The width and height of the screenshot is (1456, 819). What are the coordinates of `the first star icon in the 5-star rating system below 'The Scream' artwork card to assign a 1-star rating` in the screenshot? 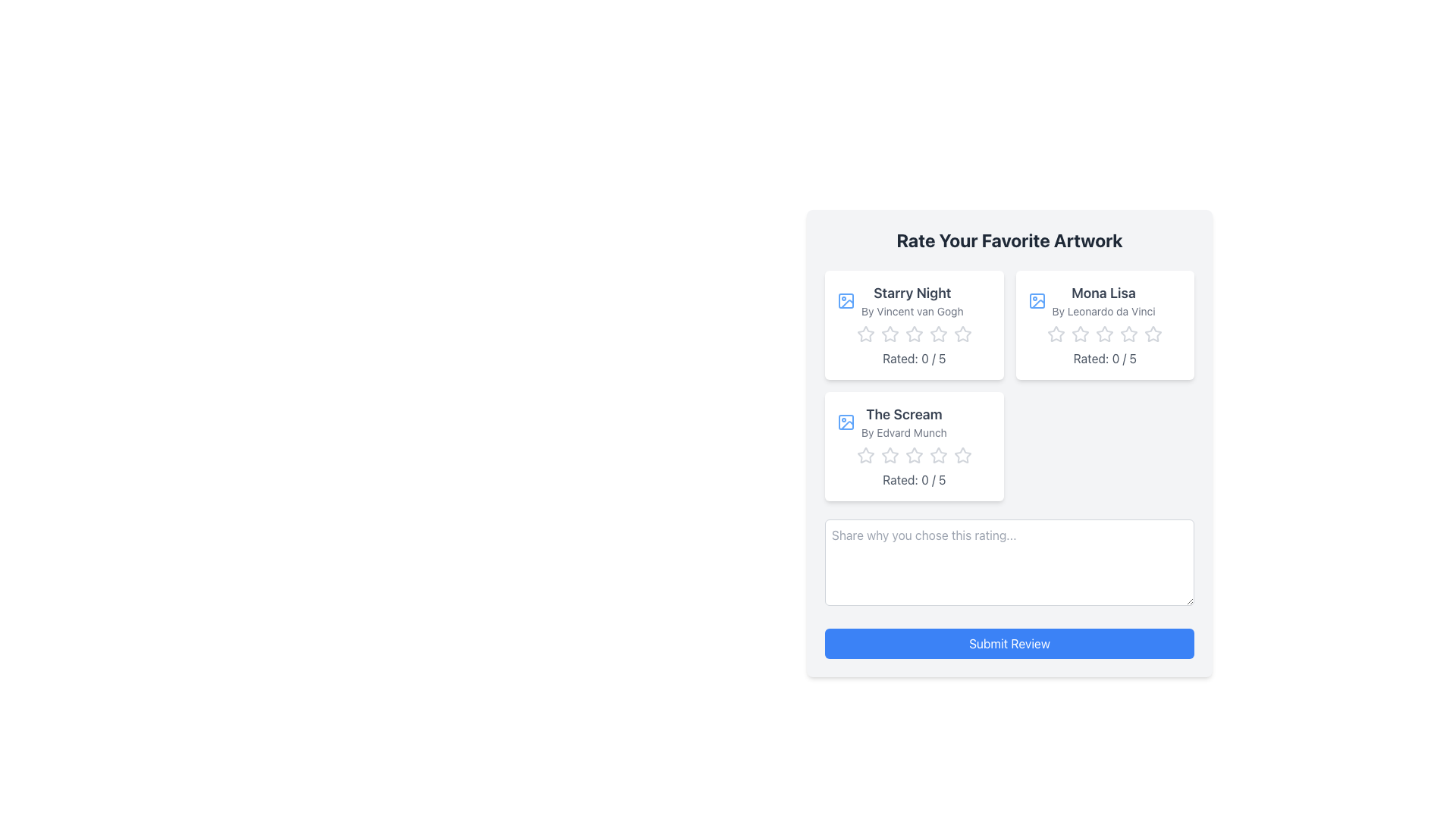 It's located at (865, 455).